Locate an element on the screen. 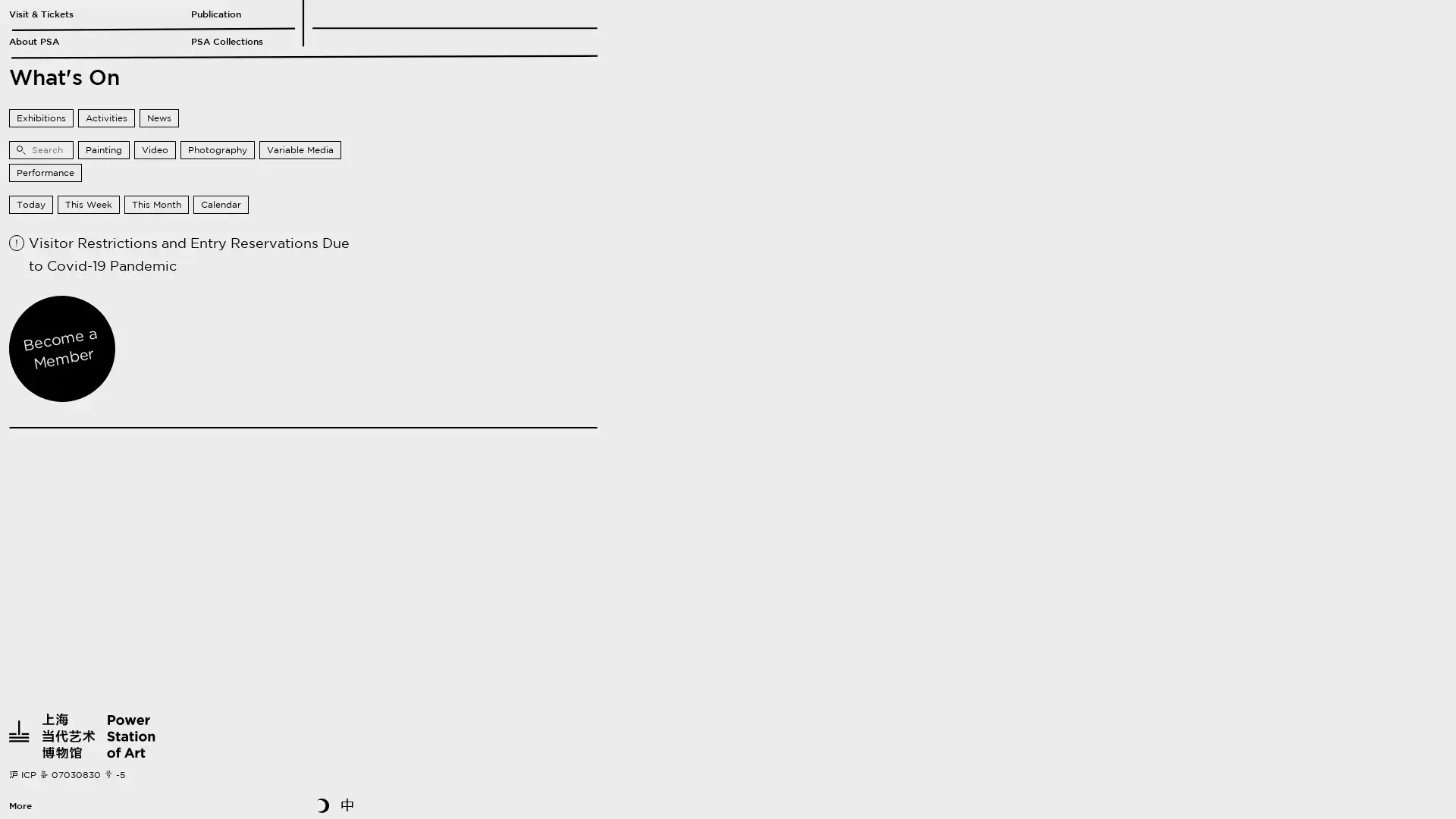  Calendar is located at coordinates (220, 205).